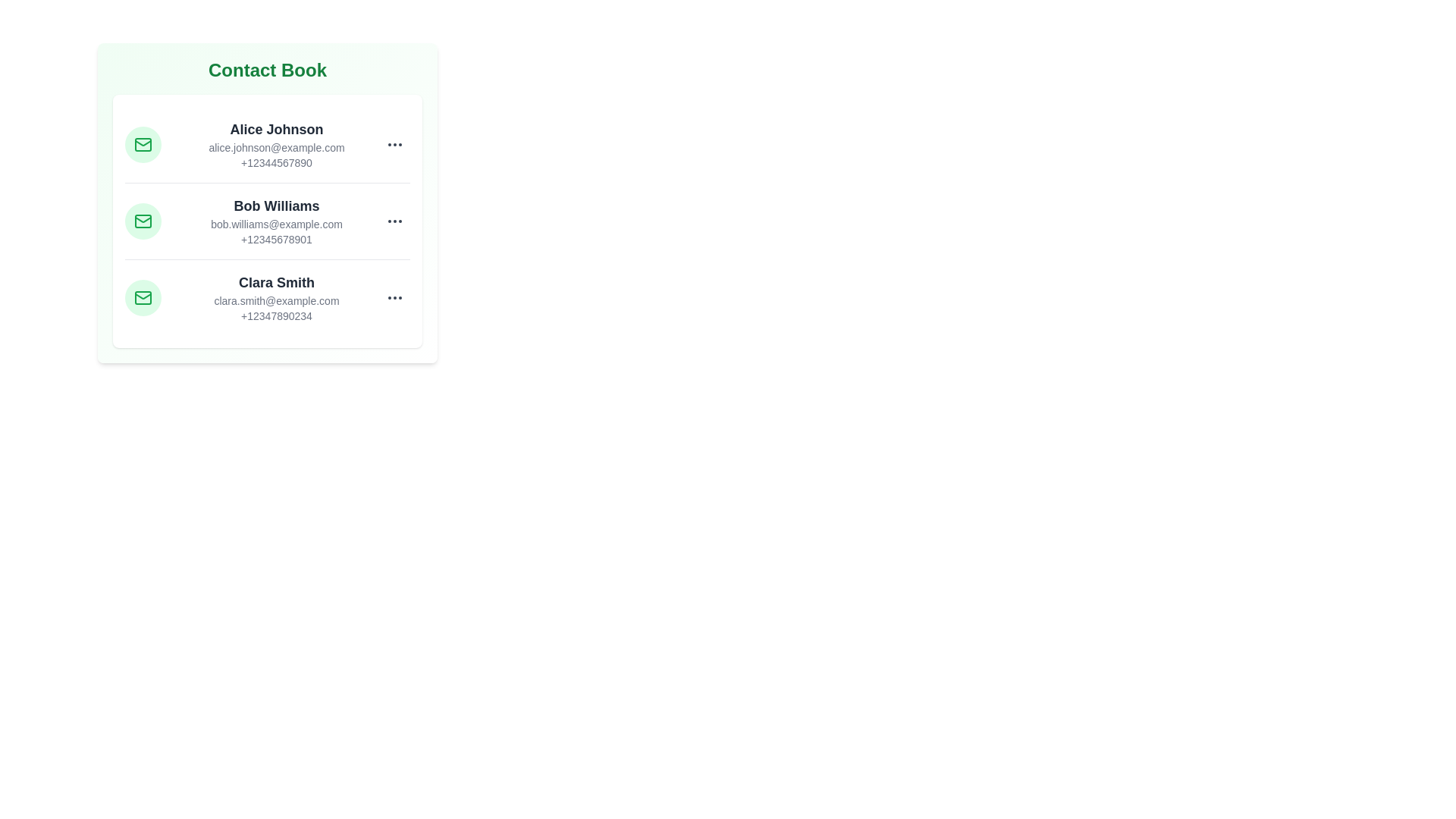 The height and width of the screenshot is (819, 1456). I want to click on mail icon for the contact Clara Smith to highlight it, so click(143, 298).